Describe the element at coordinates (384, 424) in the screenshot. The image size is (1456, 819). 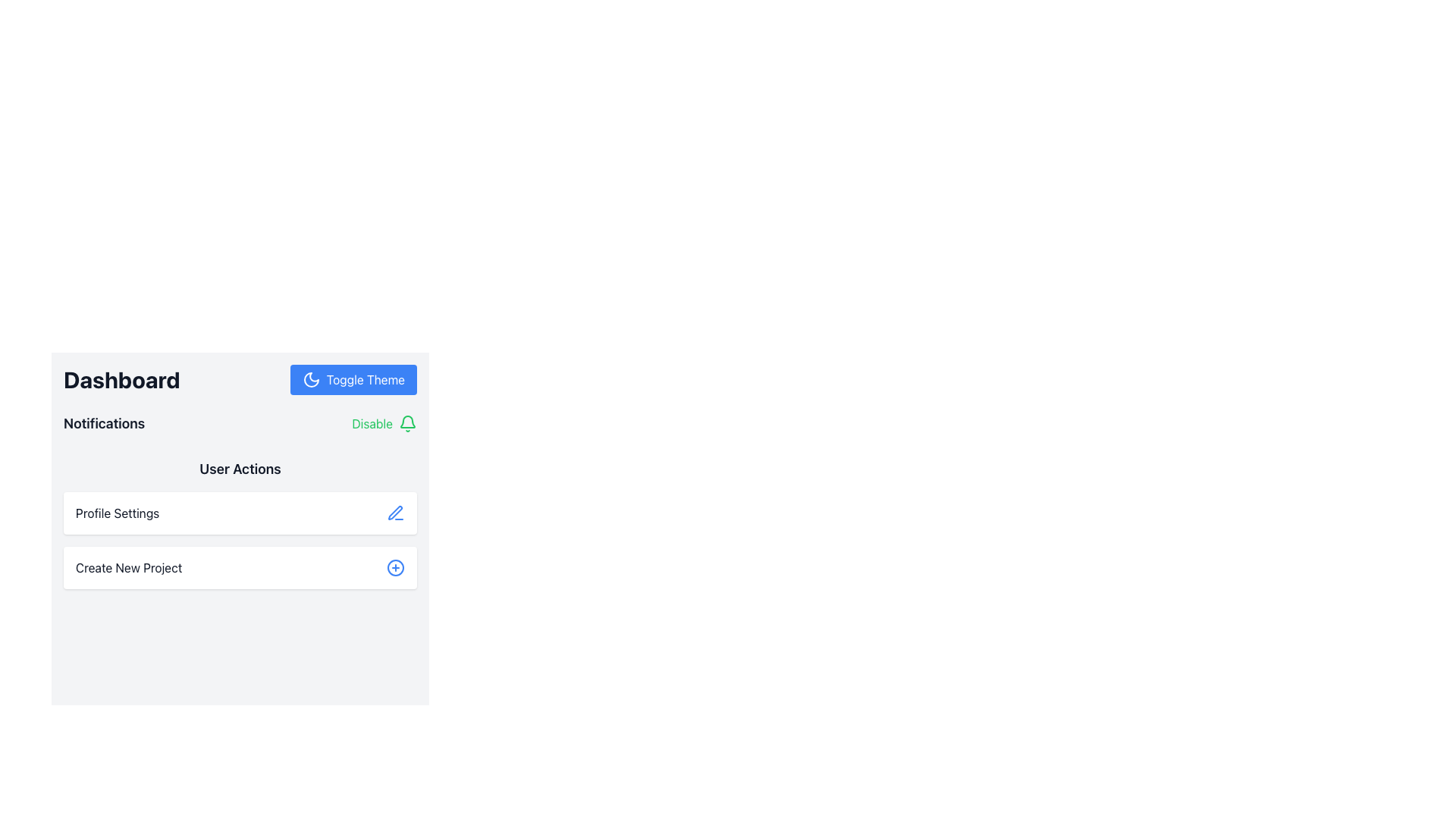
I see `the 'Disable' button in the Notifications section using keyboard navigation to focus on it` at that location.